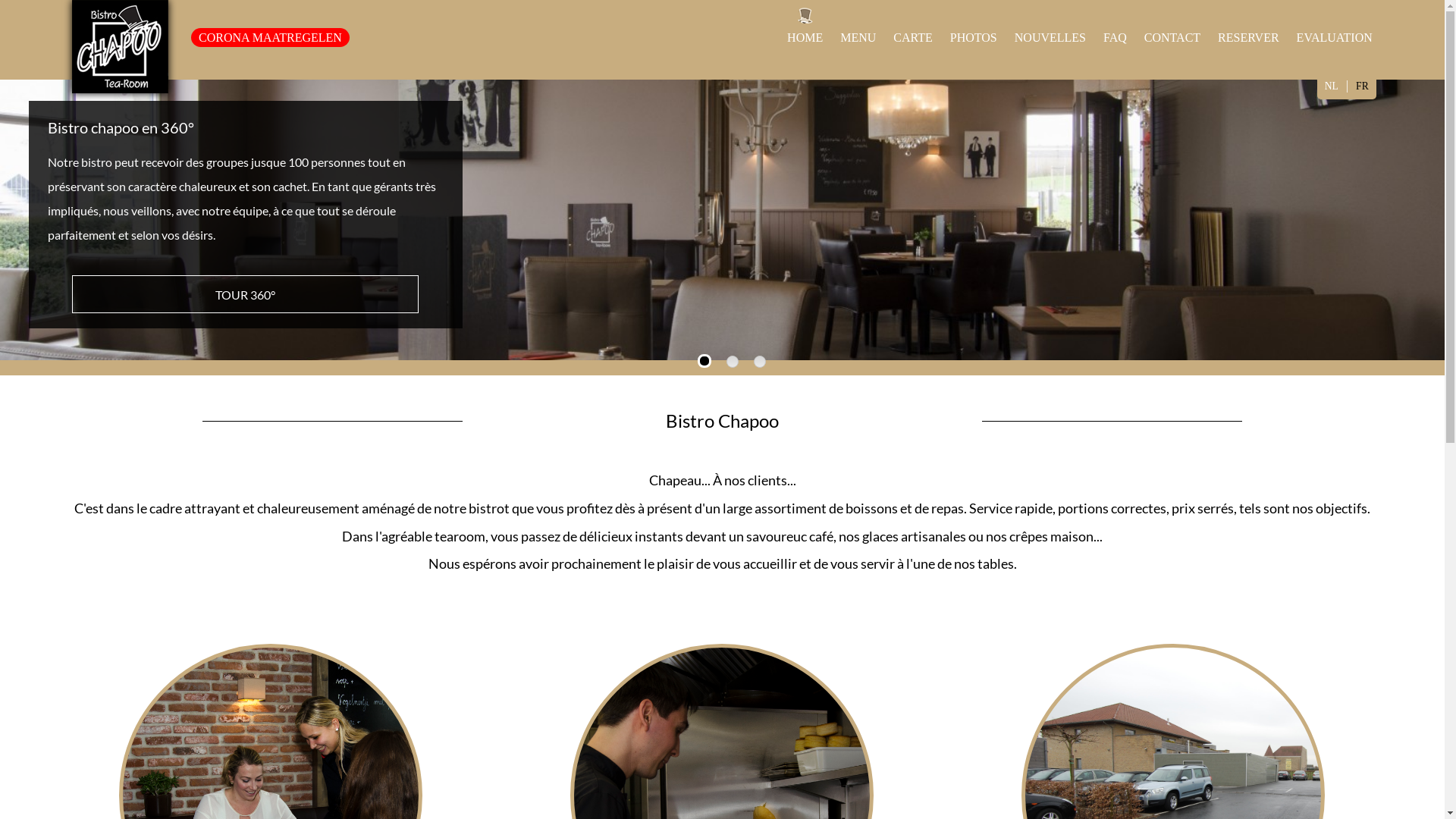  I want to click on 'NL', so click(1316, 86).